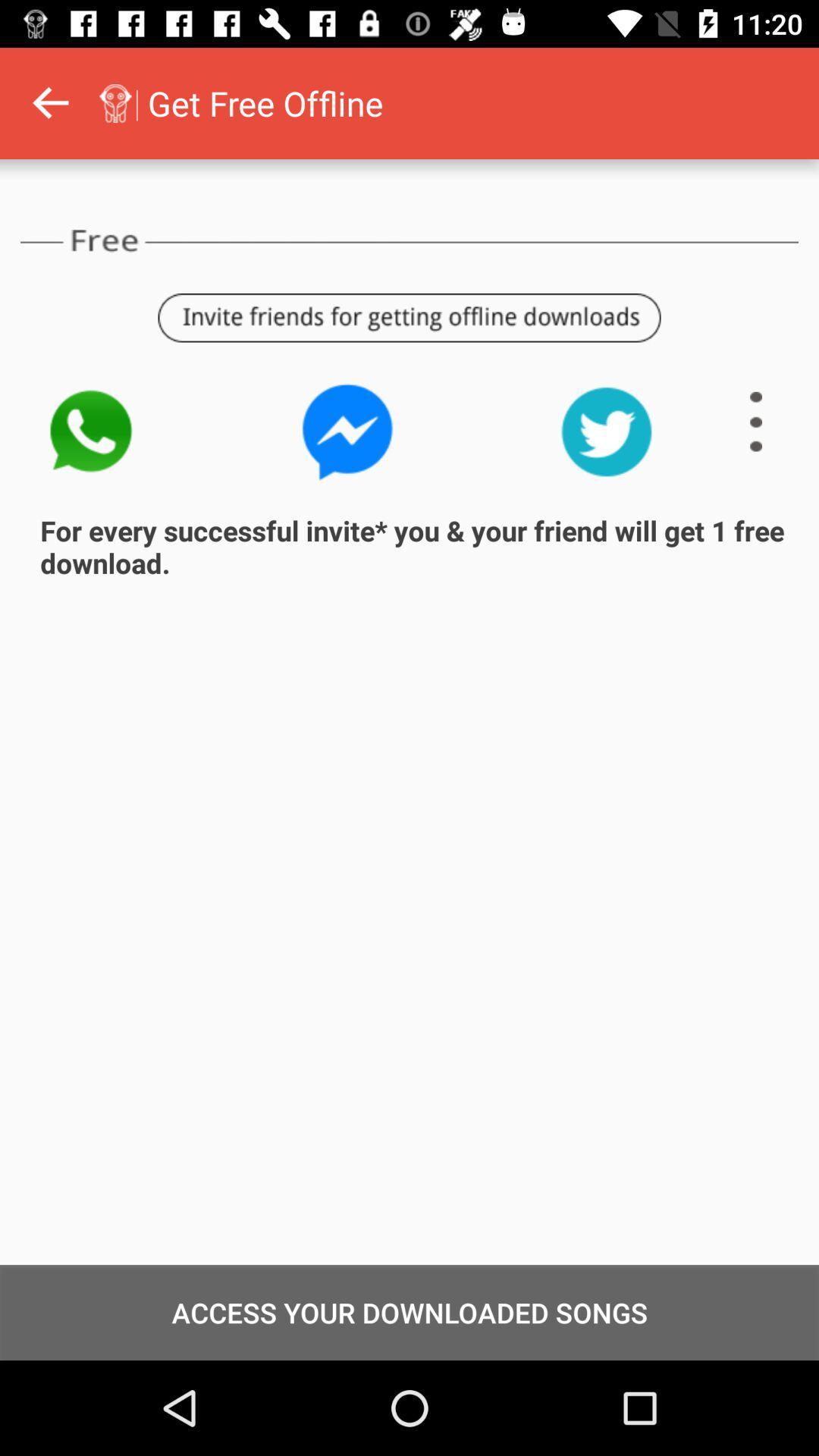  I want to click on menu button, so click(756, 422).